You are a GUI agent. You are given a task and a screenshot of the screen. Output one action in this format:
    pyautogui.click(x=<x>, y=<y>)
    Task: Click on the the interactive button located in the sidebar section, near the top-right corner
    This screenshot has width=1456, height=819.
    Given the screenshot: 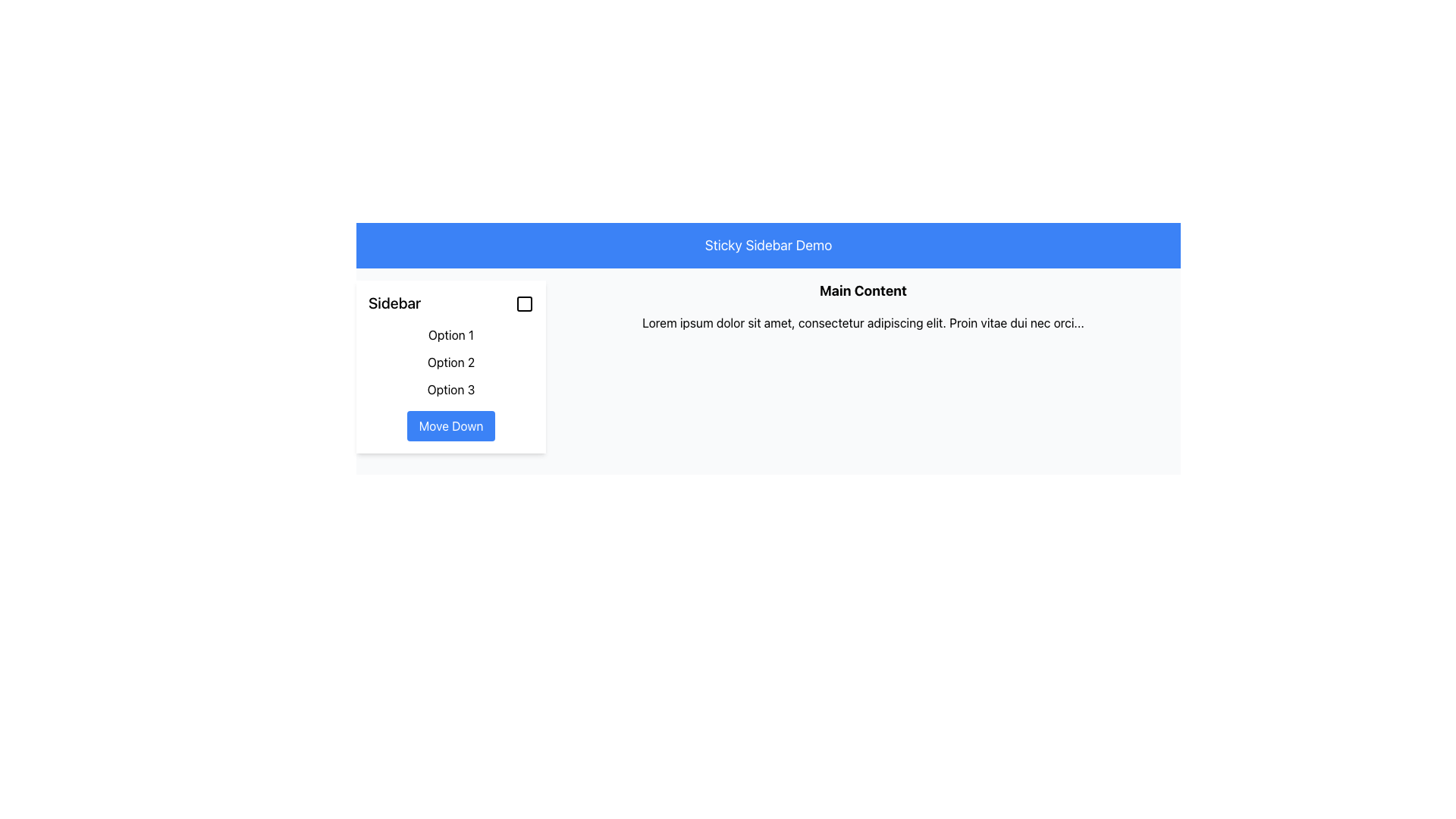 What is the action you would take?
    pyautogui.click(x=524, y=303)
    